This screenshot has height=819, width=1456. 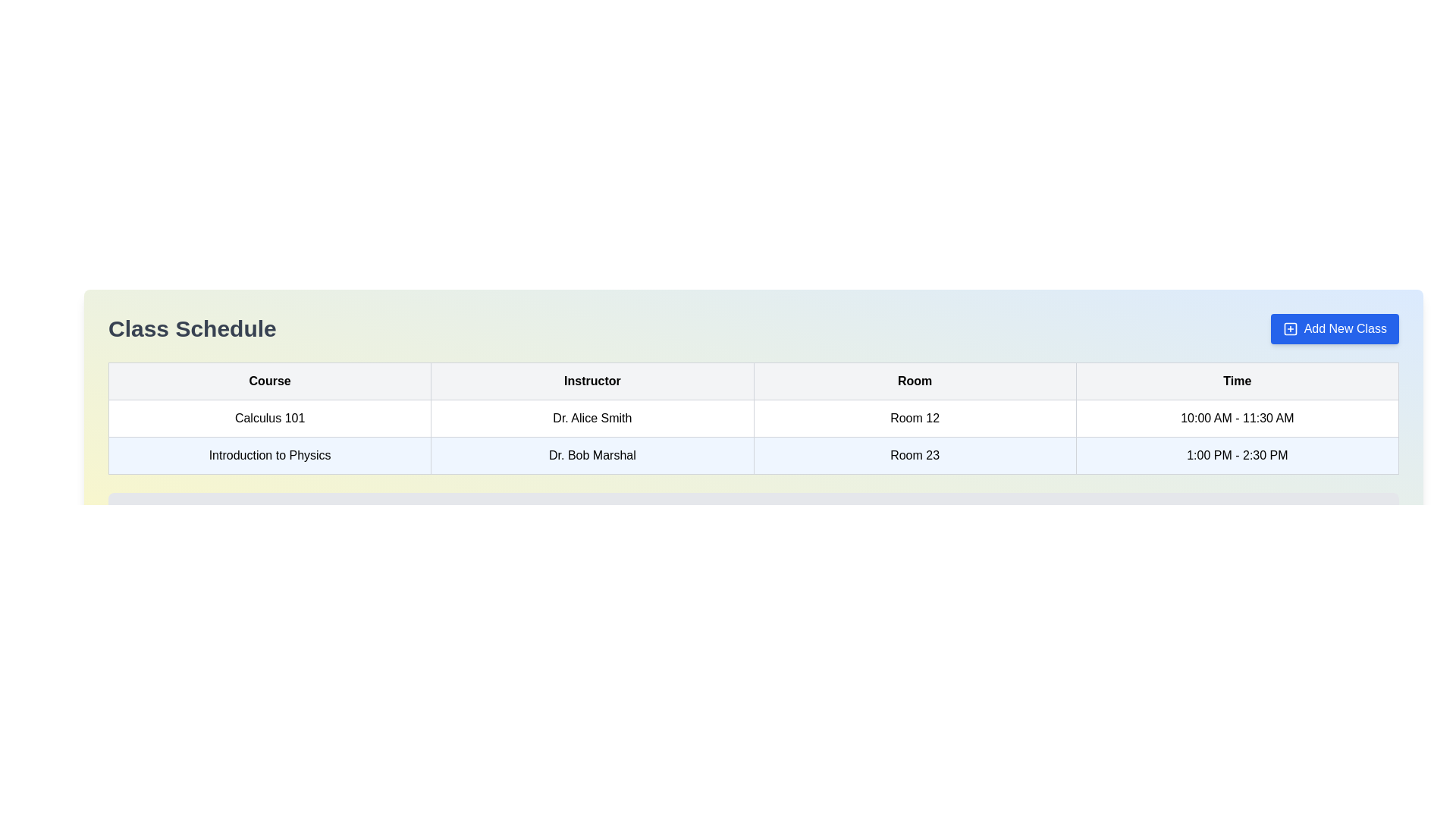 I want to click on the 'Course' column header cell in the table, which is the first cell from the left in the header row located below the 'Class Schedule' title, so click(x=270, y=380).